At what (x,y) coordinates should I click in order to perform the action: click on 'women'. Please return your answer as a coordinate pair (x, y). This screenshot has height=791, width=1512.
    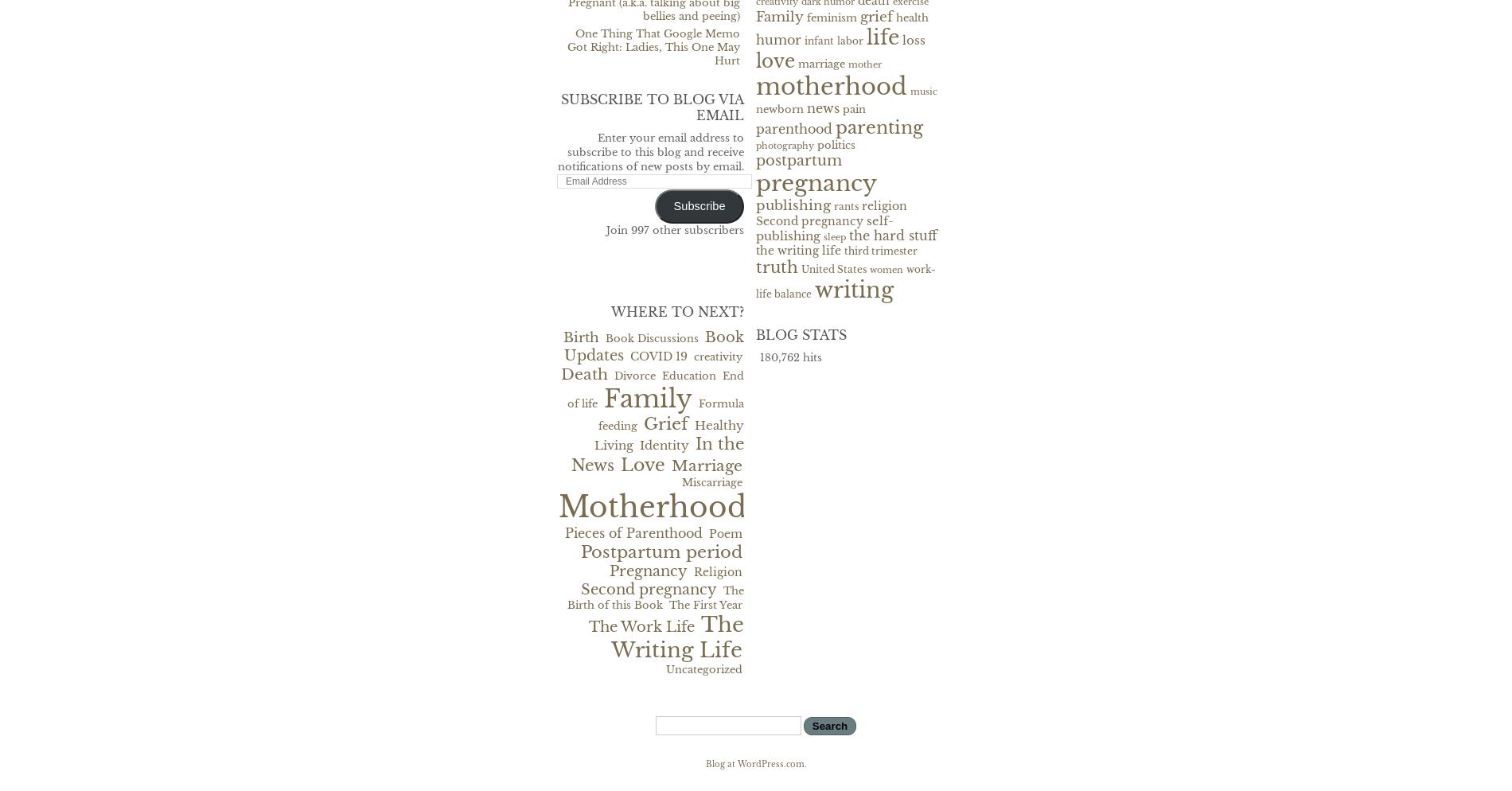
    Looking at the image, I should click on (886, 268).